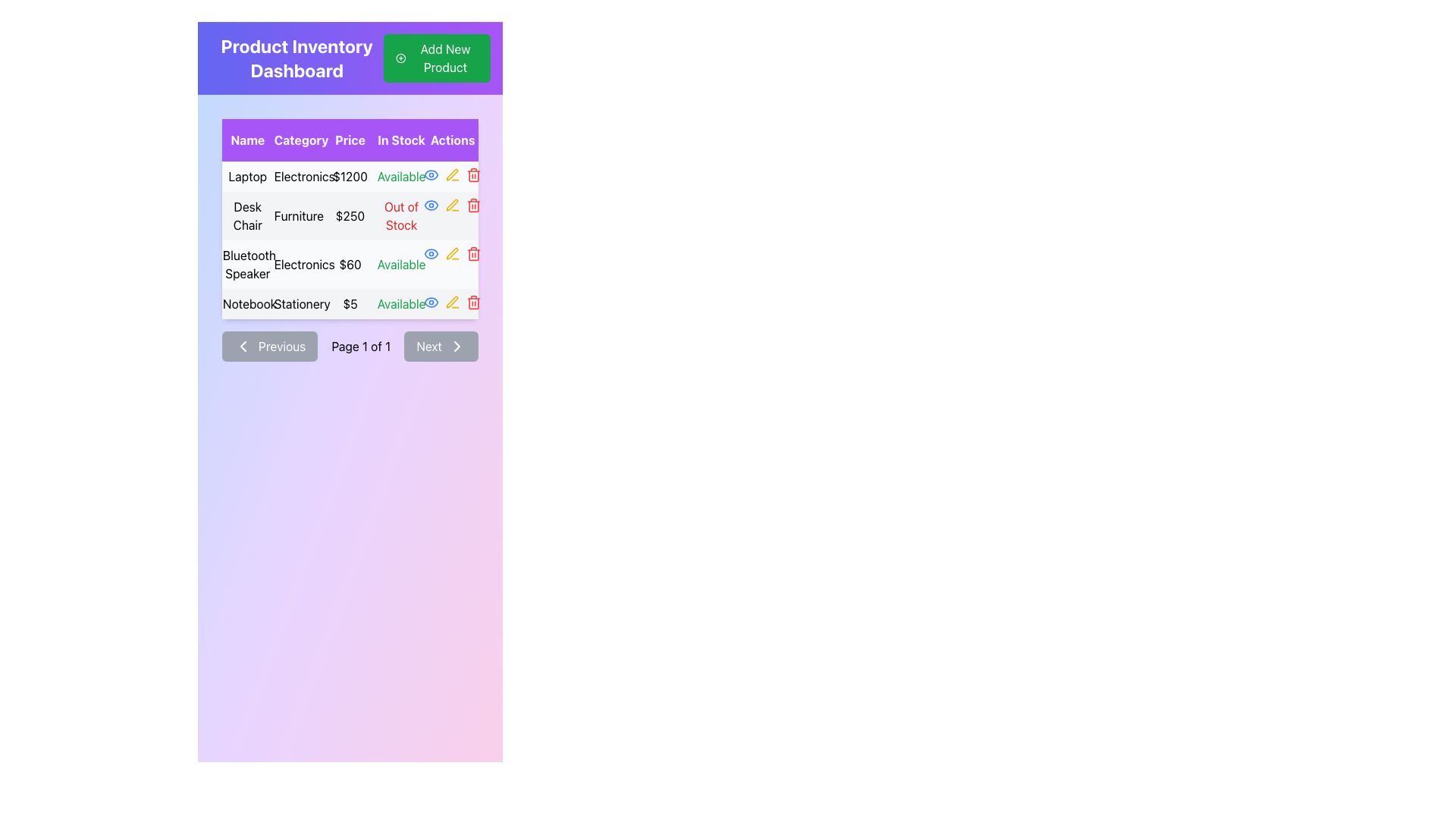 Image resolution: width=1456 pixels, height=819 pixels. What do you see at coordinates (401, 175) in the screenshot?
I see `the Static Text Label displaying 'Available' in green color located in the 'In Stock' column of the first row in the table layout` at bounding box center [401, 175].